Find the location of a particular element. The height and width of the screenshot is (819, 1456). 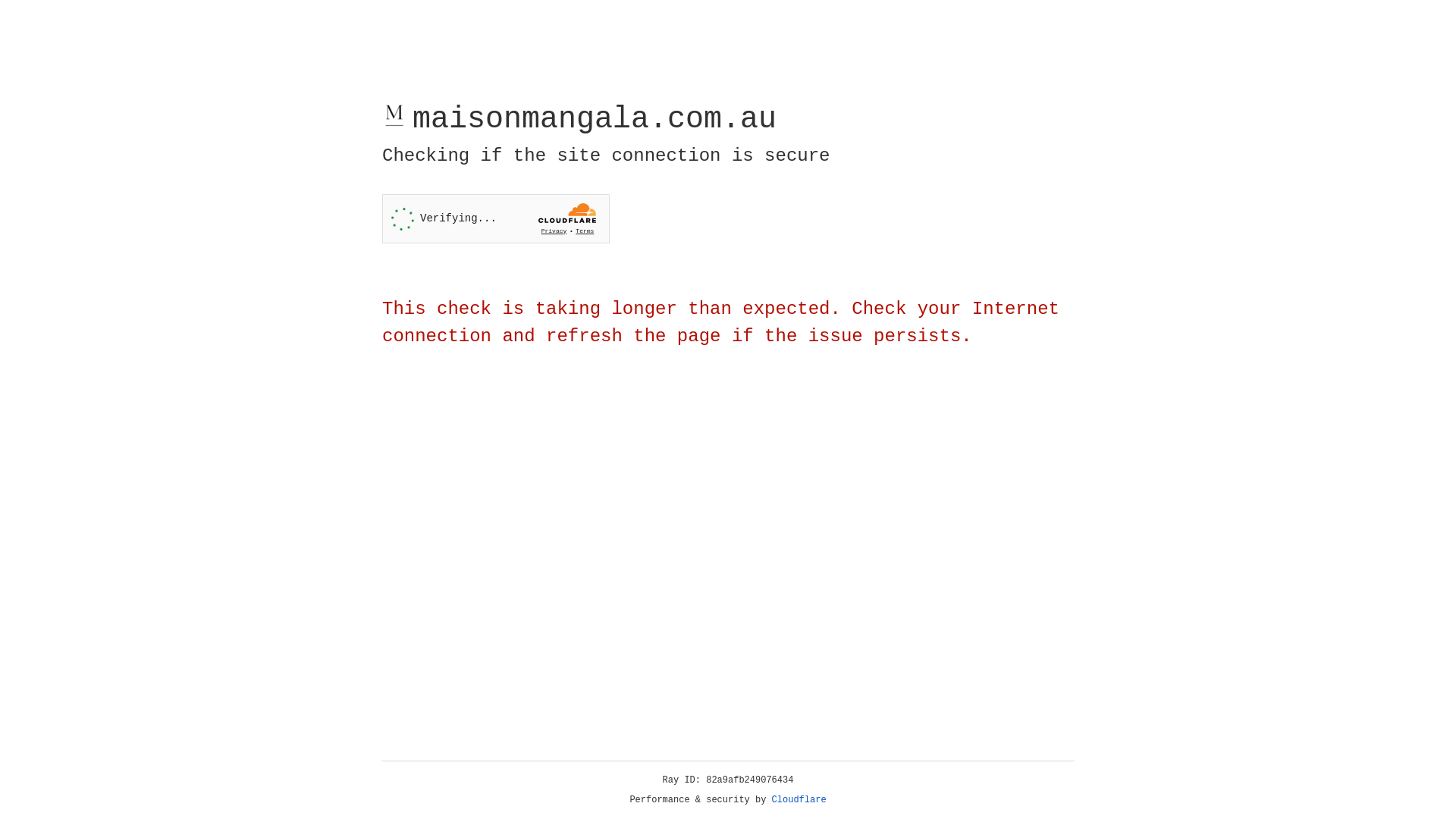

'Cloudflare' is located at coordinates (799, 799).